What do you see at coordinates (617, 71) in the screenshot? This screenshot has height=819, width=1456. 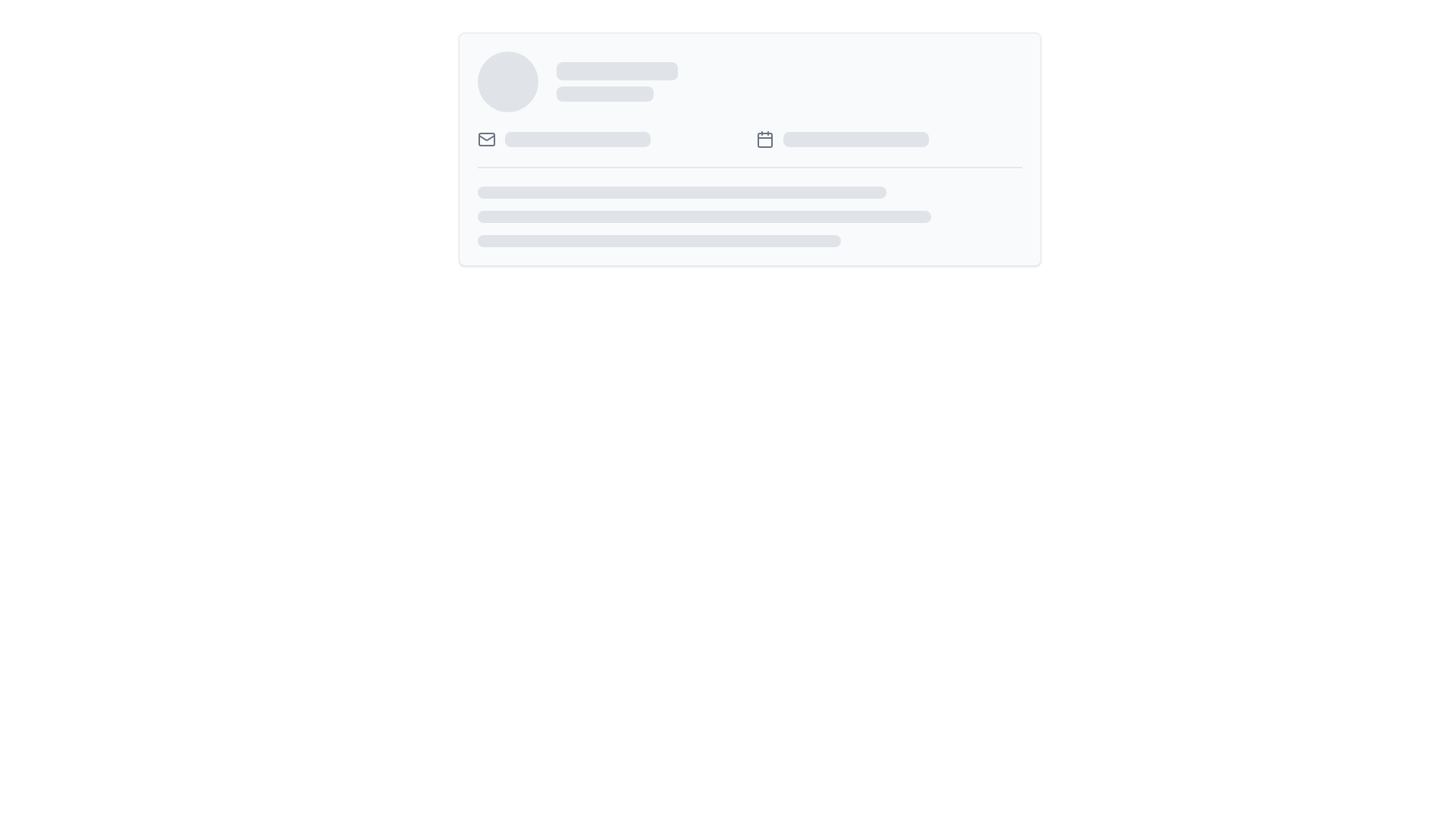 I see `the first placeholder bar, which is a horizontal bar with rounded edges styled in light gray, located near the top center of the layout` at bounding box center [617, 71].